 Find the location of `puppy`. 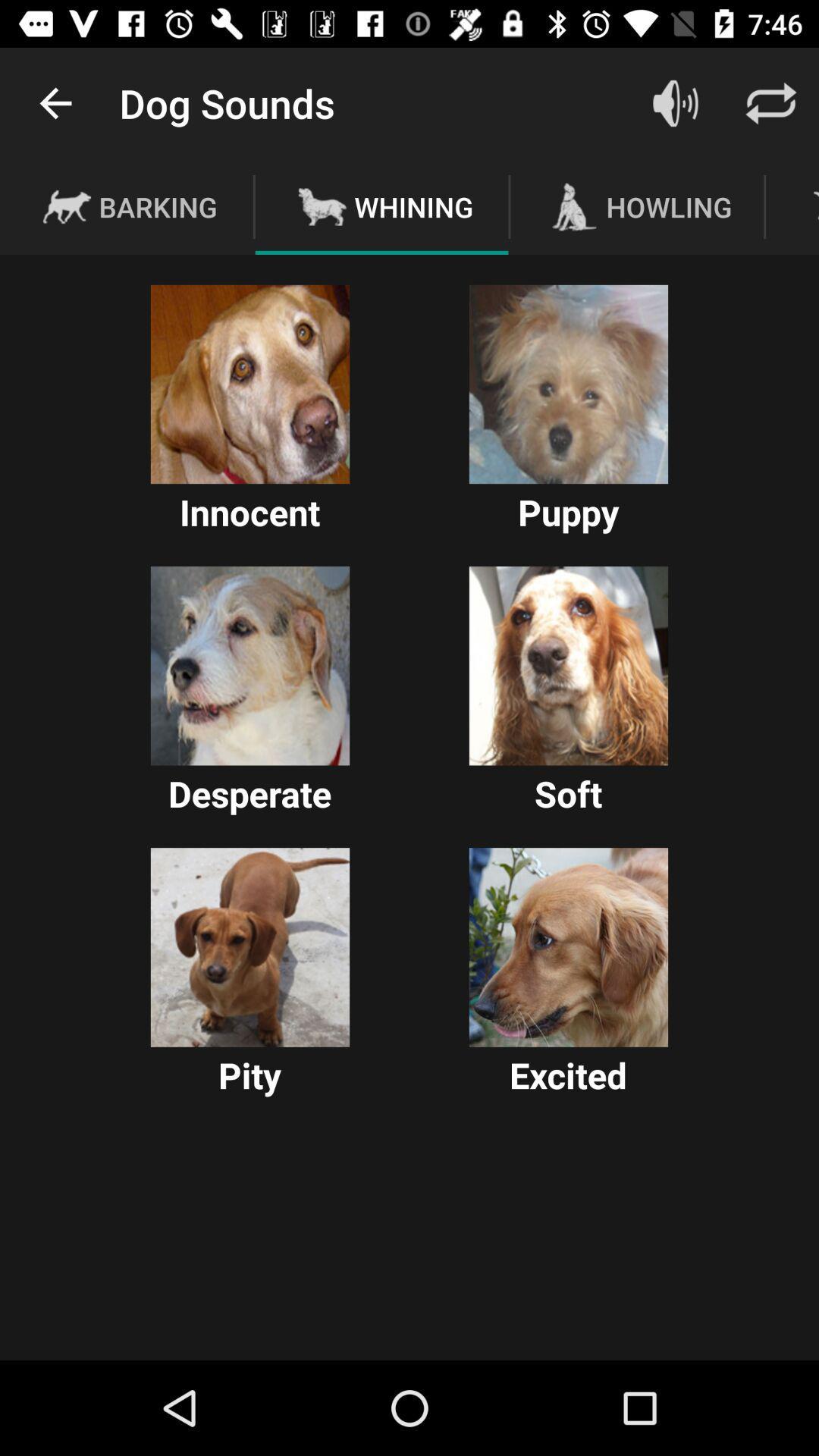

puppy is located at coordinates (568, 384).